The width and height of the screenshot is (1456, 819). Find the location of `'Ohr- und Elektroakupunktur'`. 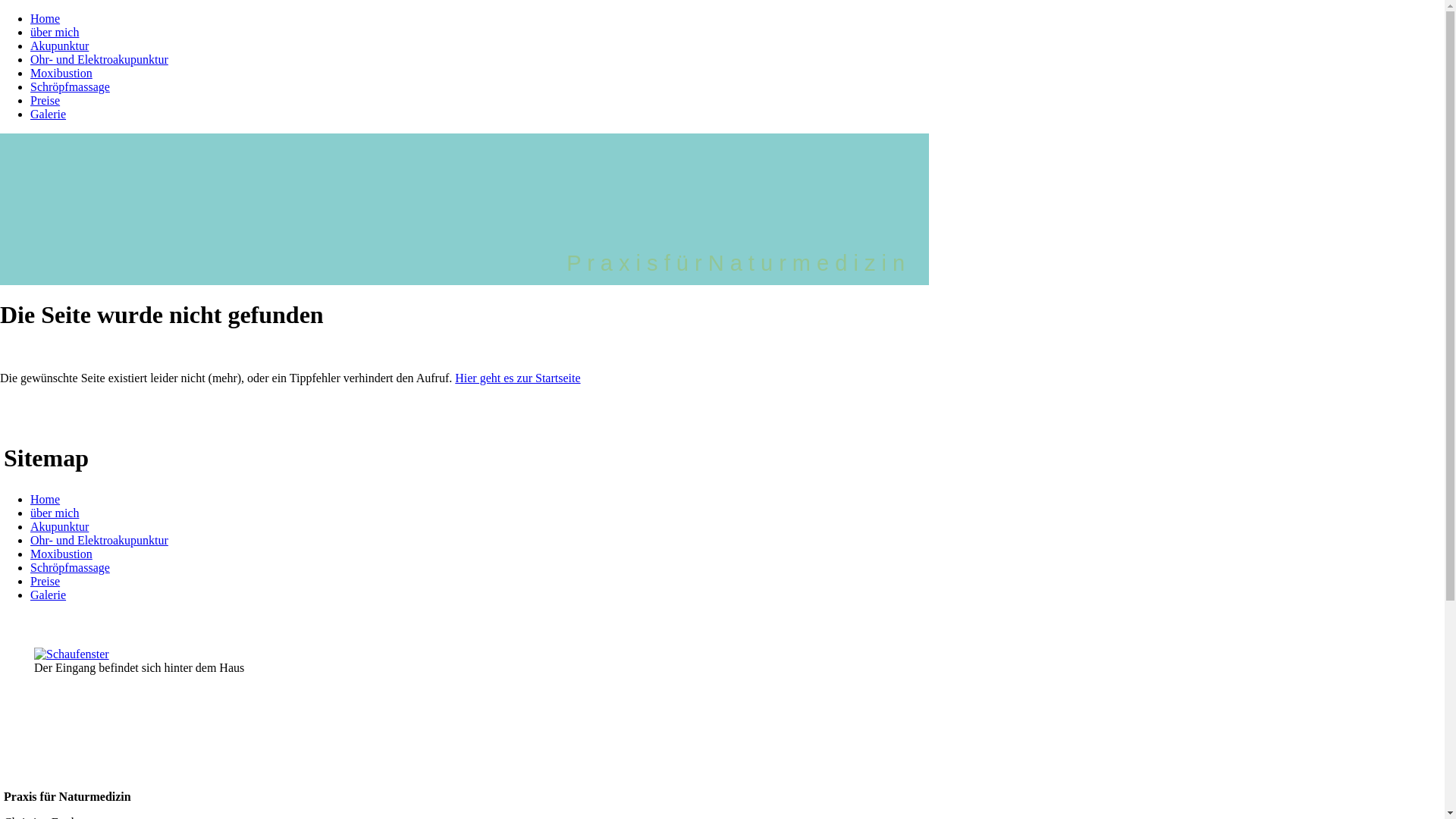

'Ohr- und Elektroakupunktur' is located at coordinates (98, 539).